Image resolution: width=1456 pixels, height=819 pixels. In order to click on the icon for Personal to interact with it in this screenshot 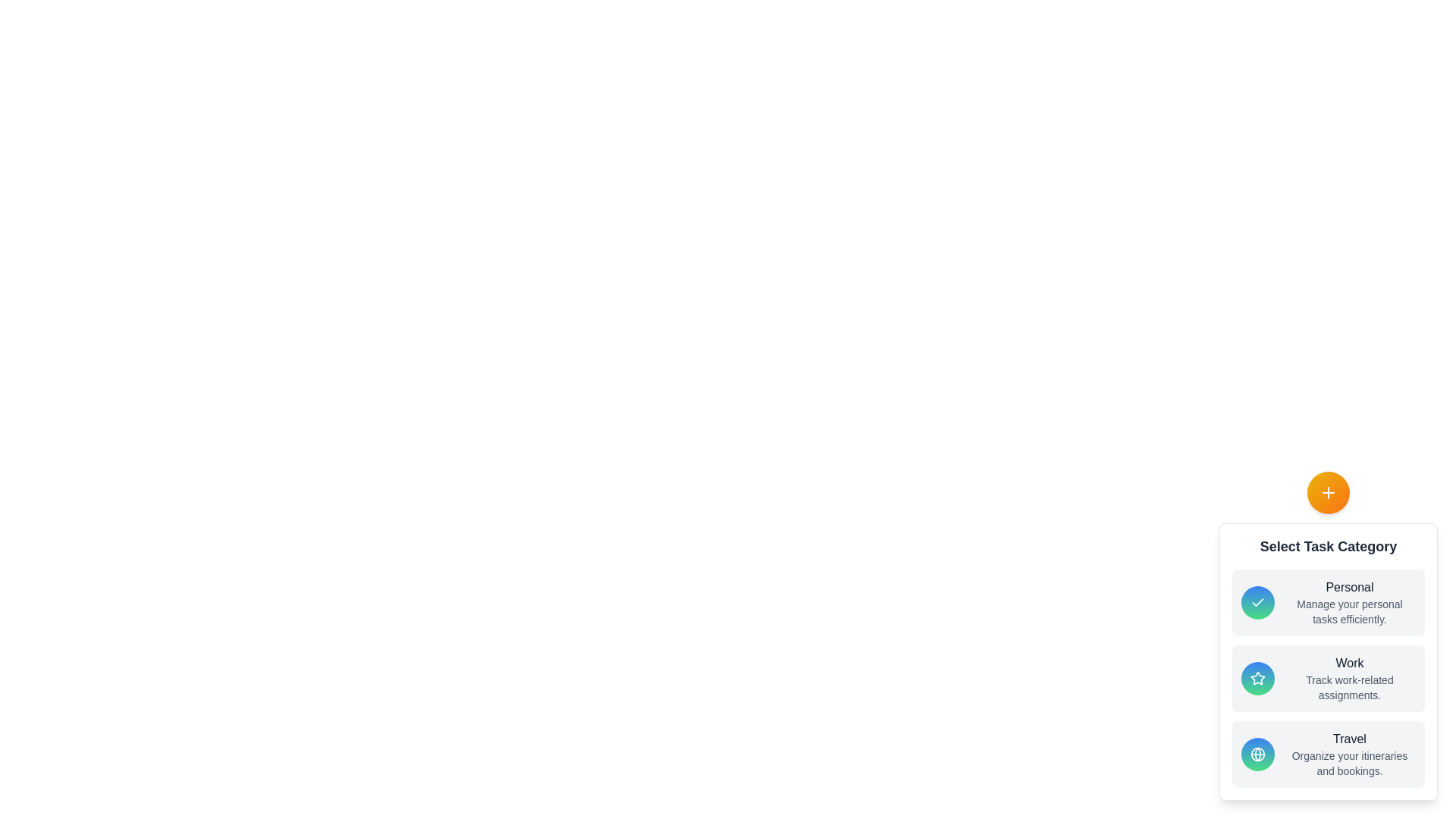, I will do `click(1258, 601)`.